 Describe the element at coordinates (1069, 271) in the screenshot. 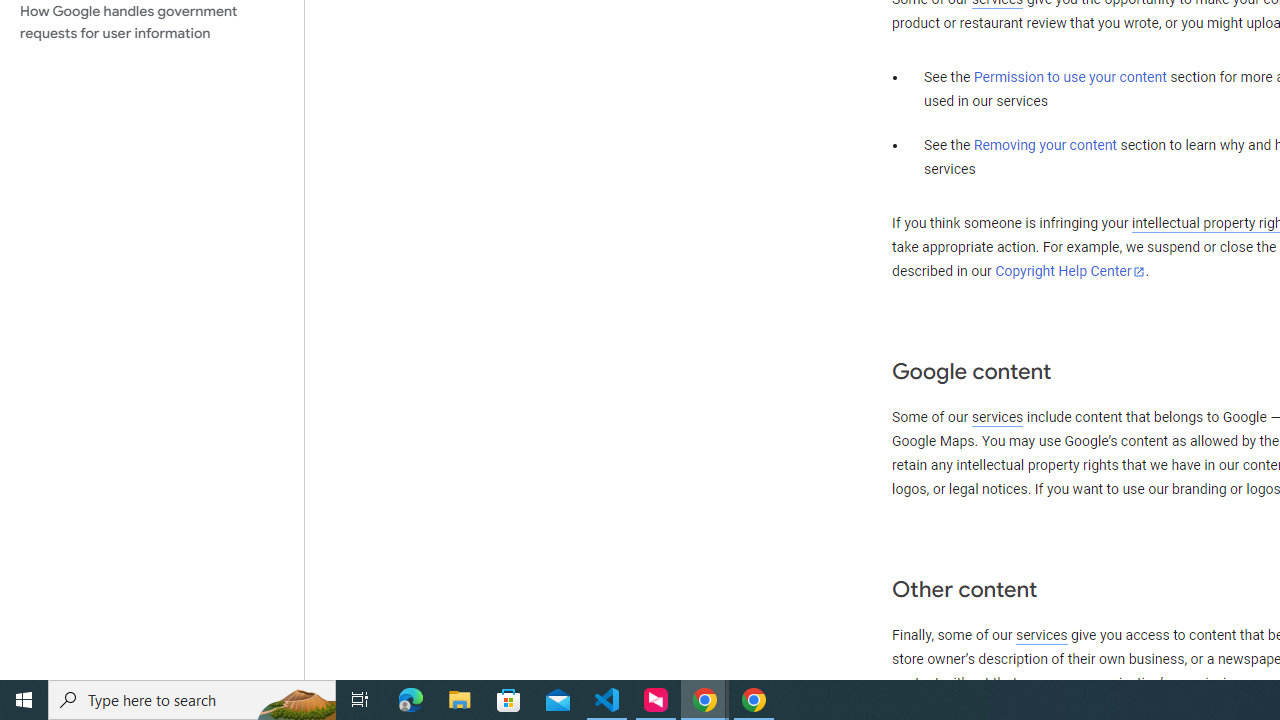

I see `'Copyright Help Center'` at that location.